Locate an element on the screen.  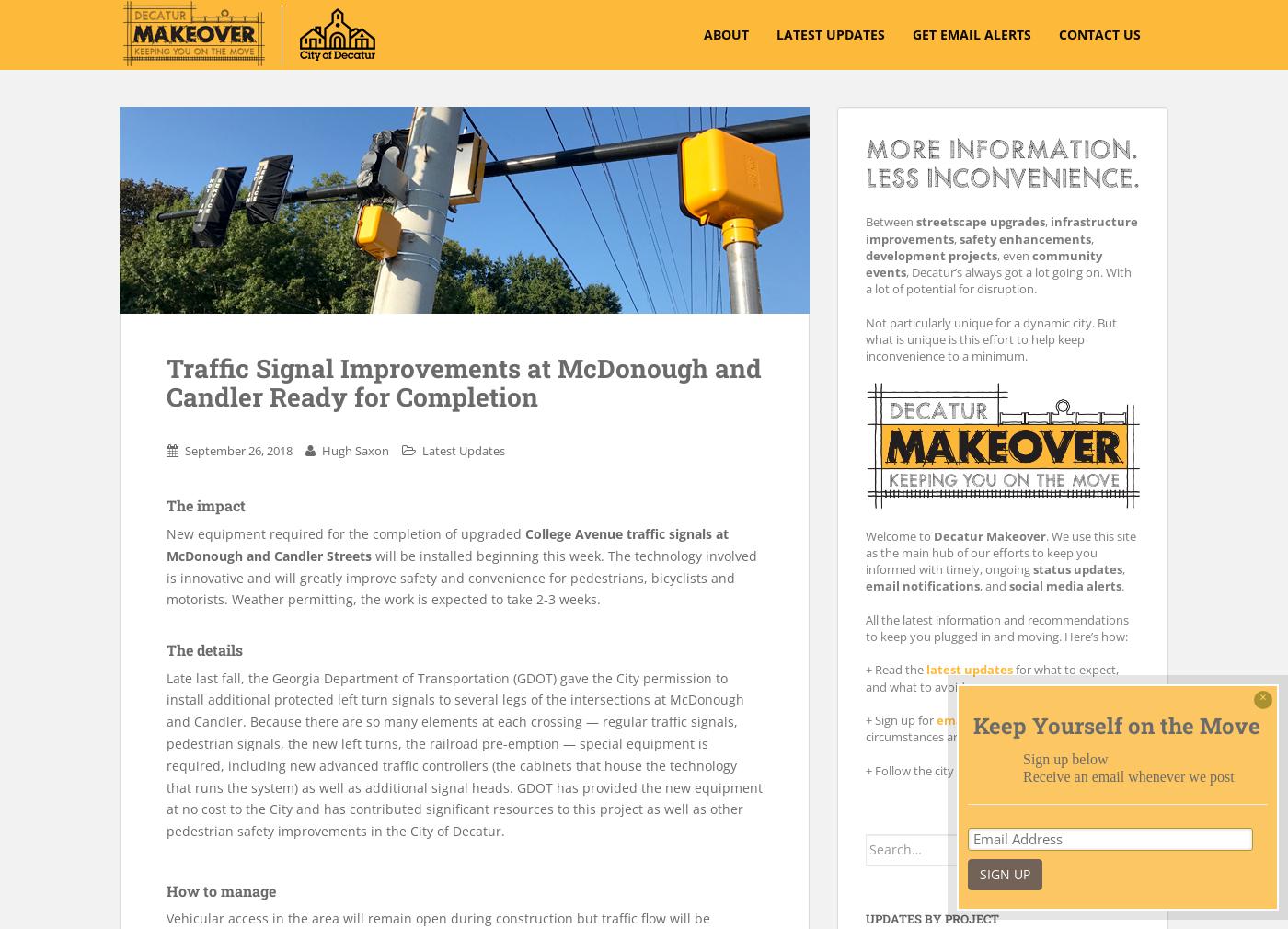
'streetscape upgrades' is located at coordinates (915, 220).